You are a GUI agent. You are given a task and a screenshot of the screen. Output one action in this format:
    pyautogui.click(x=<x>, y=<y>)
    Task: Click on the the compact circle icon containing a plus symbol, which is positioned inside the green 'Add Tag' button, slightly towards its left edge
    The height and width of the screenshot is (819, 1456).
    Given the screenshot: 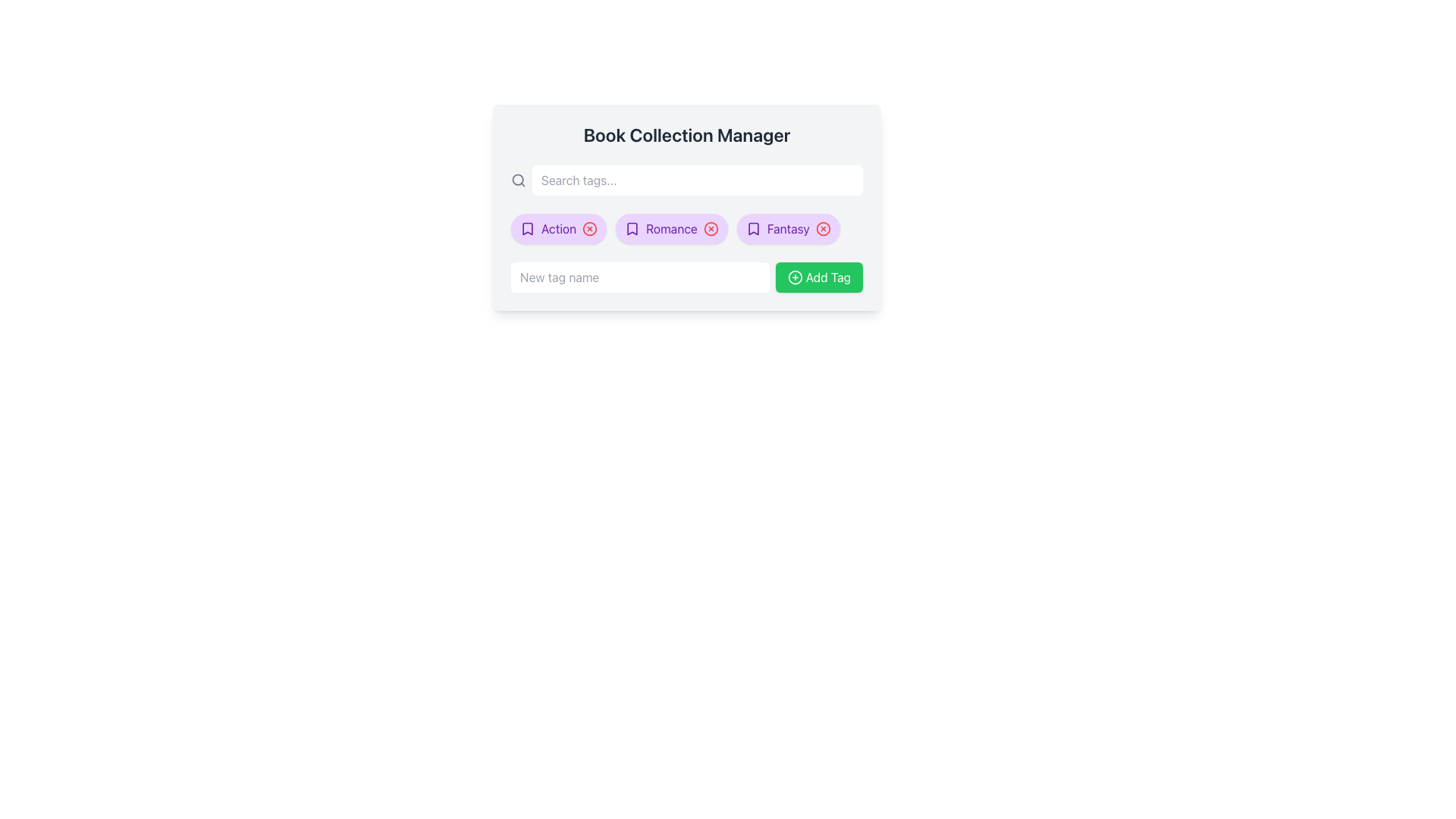 What is the action you would take?
    pyautogui.click(x=794, y=278)
    